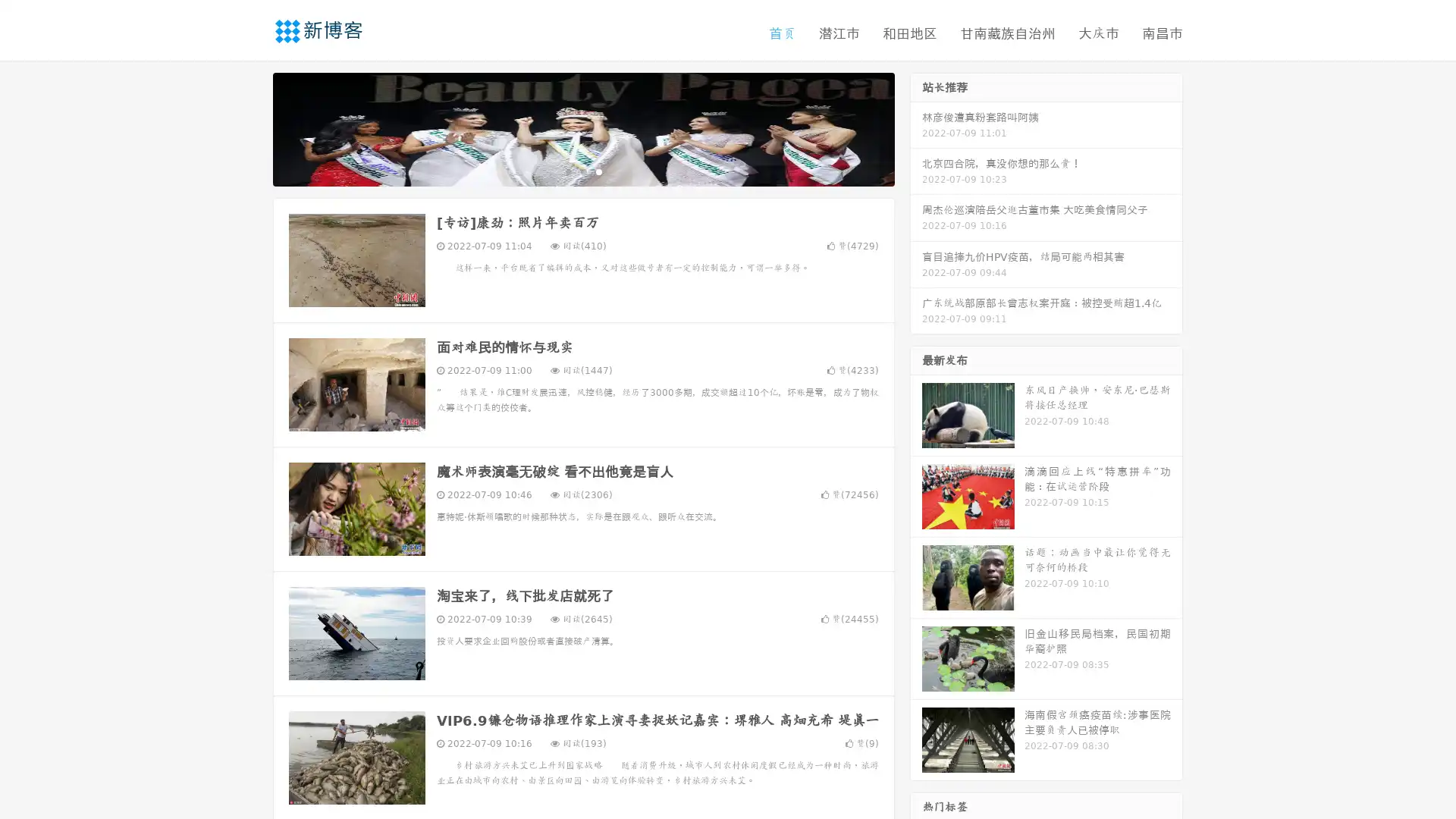 This screenshot has height=819, width=1456. What do you see at coordinates (567, 171) in the screenshot?
I see `Go to slide 1` at bounding box center [567, 171].